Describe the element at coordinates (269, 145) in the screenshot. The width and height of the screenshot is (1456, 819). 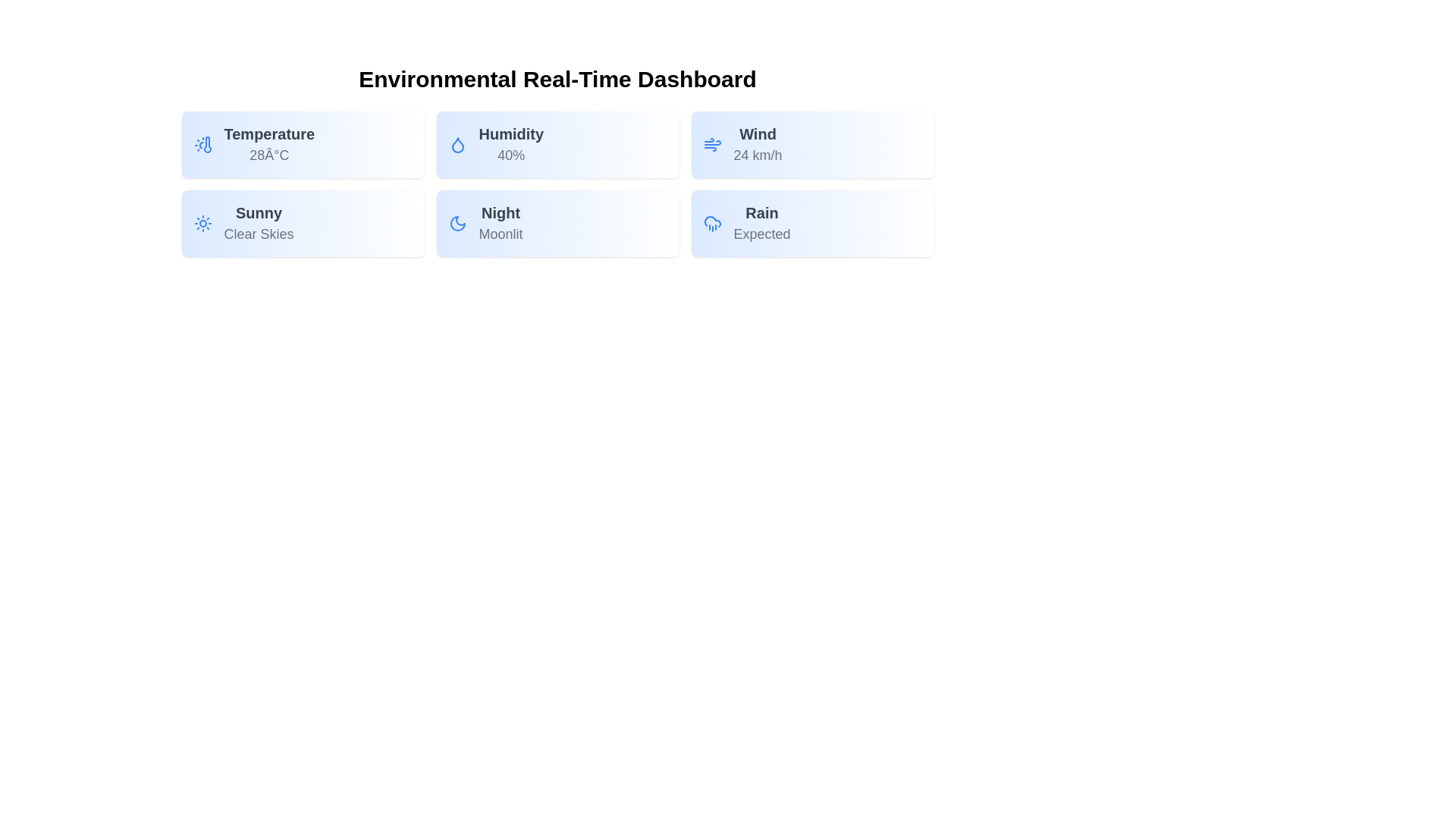
I see `displayed temperature value from the Text block element located in the first card of the top-left corner of the 2x3 grid layout` at that location.